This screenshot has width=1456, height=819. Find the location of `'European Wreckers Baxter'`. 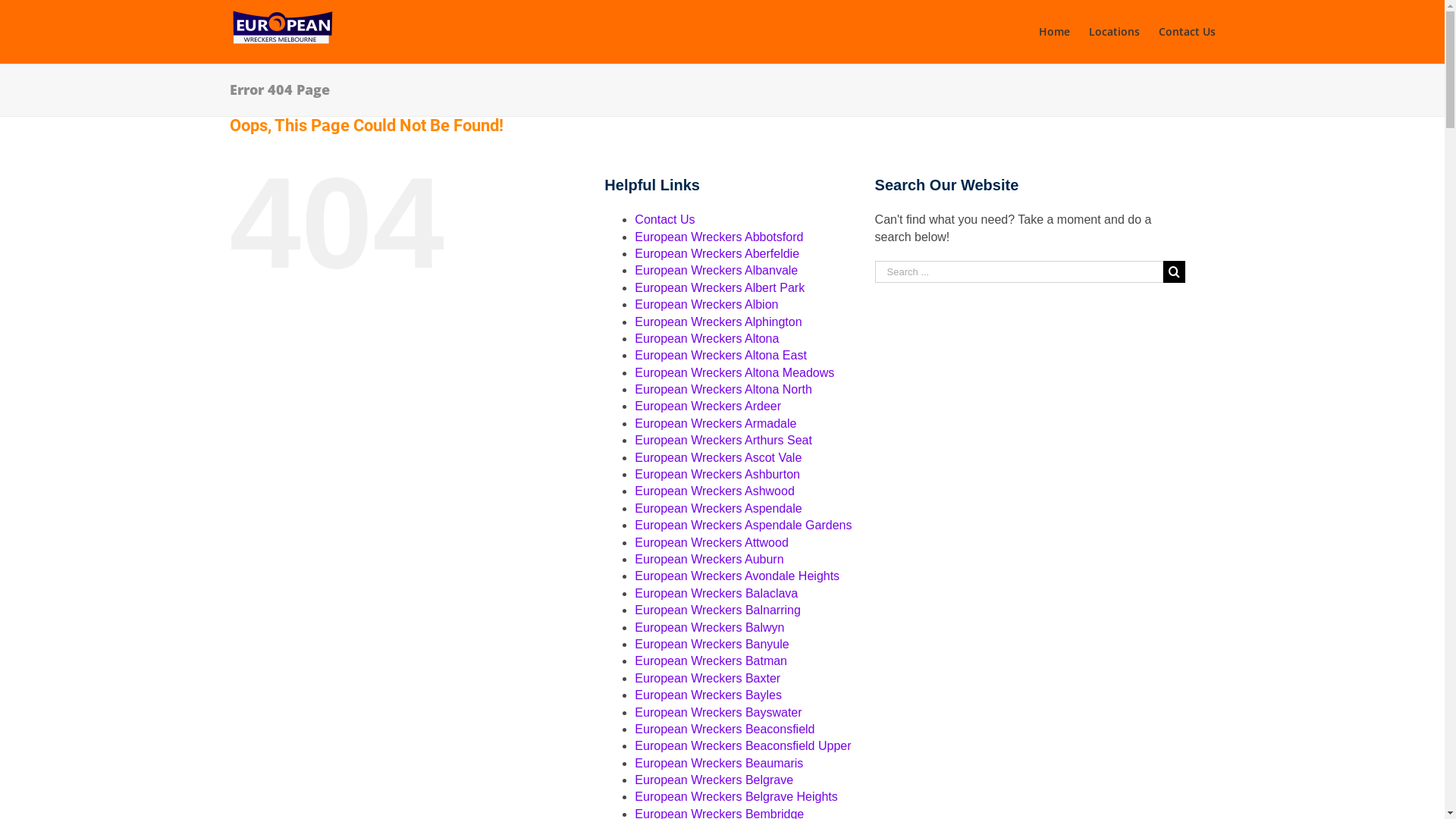

'European Wreckers Baxter' is located at coordinates (634, 677).